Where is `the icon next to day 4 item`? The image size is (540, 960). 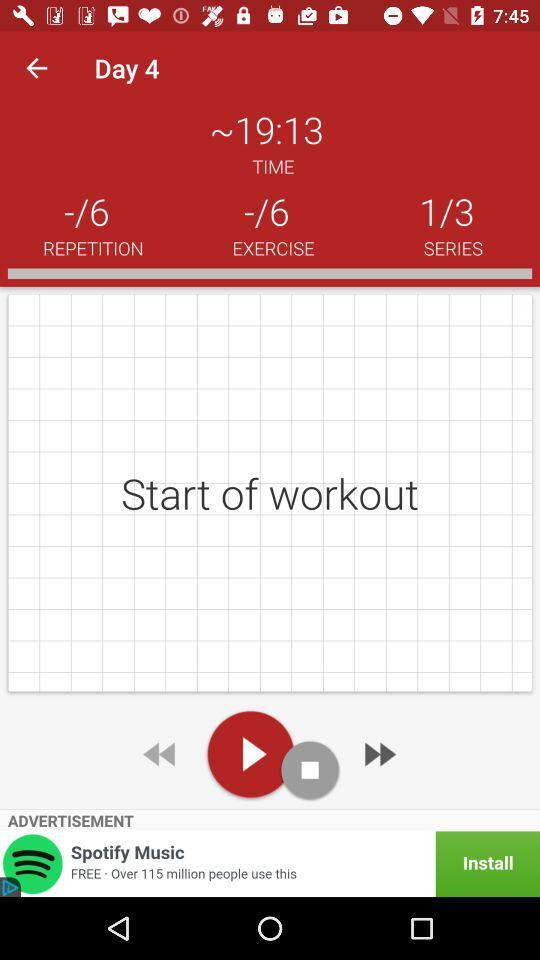
the icon next to day 4 item is located at coordinates (36, 68).